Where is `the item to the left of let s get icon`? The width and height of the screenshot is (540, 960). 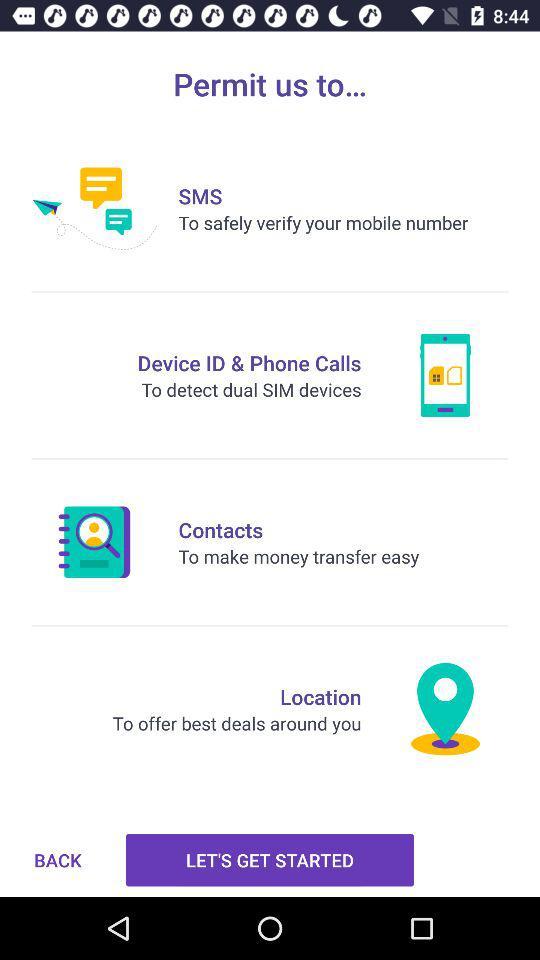
the item to the left of let s get icon is located at coordinates (57, 859).